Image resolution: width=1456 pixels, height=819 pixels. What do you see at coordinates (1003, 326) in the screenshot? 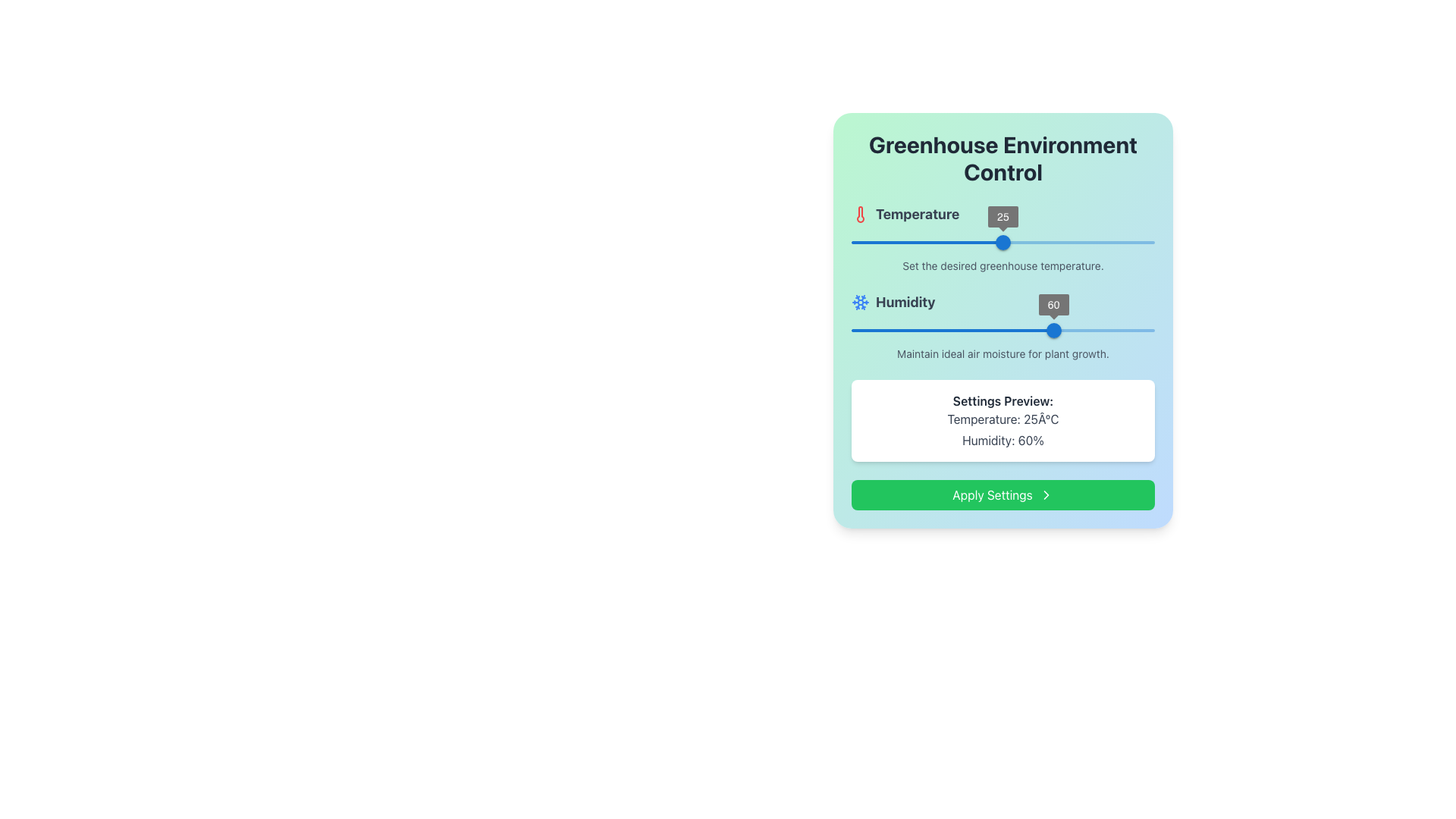
I see `the humidity control widget labeled 'Humidity' with a blue snowflake icon` at bounding box center [1003, 326].